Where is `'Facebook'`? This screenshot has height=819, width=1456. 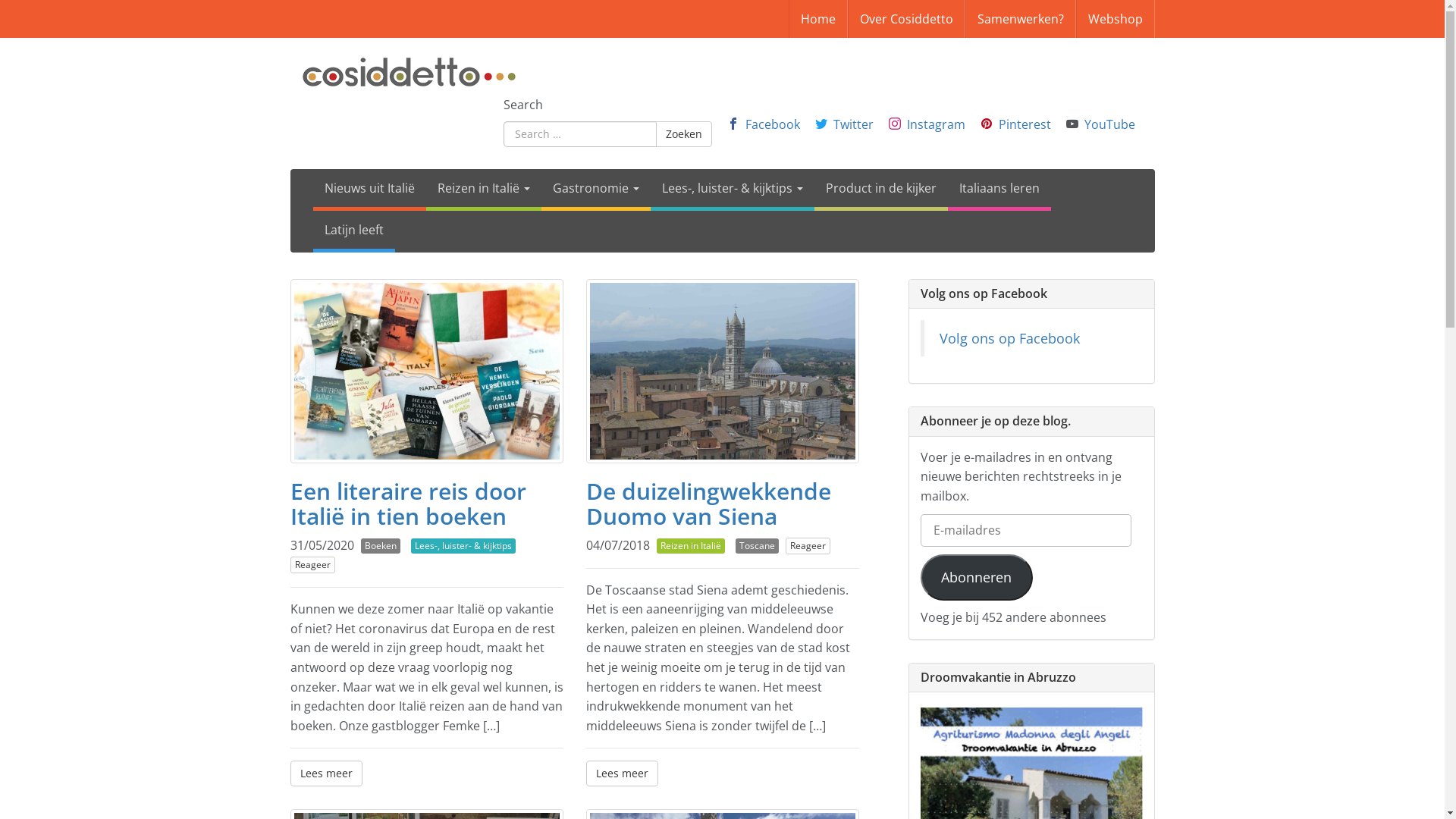 'Facebook' is located at coordinates (771, 122).